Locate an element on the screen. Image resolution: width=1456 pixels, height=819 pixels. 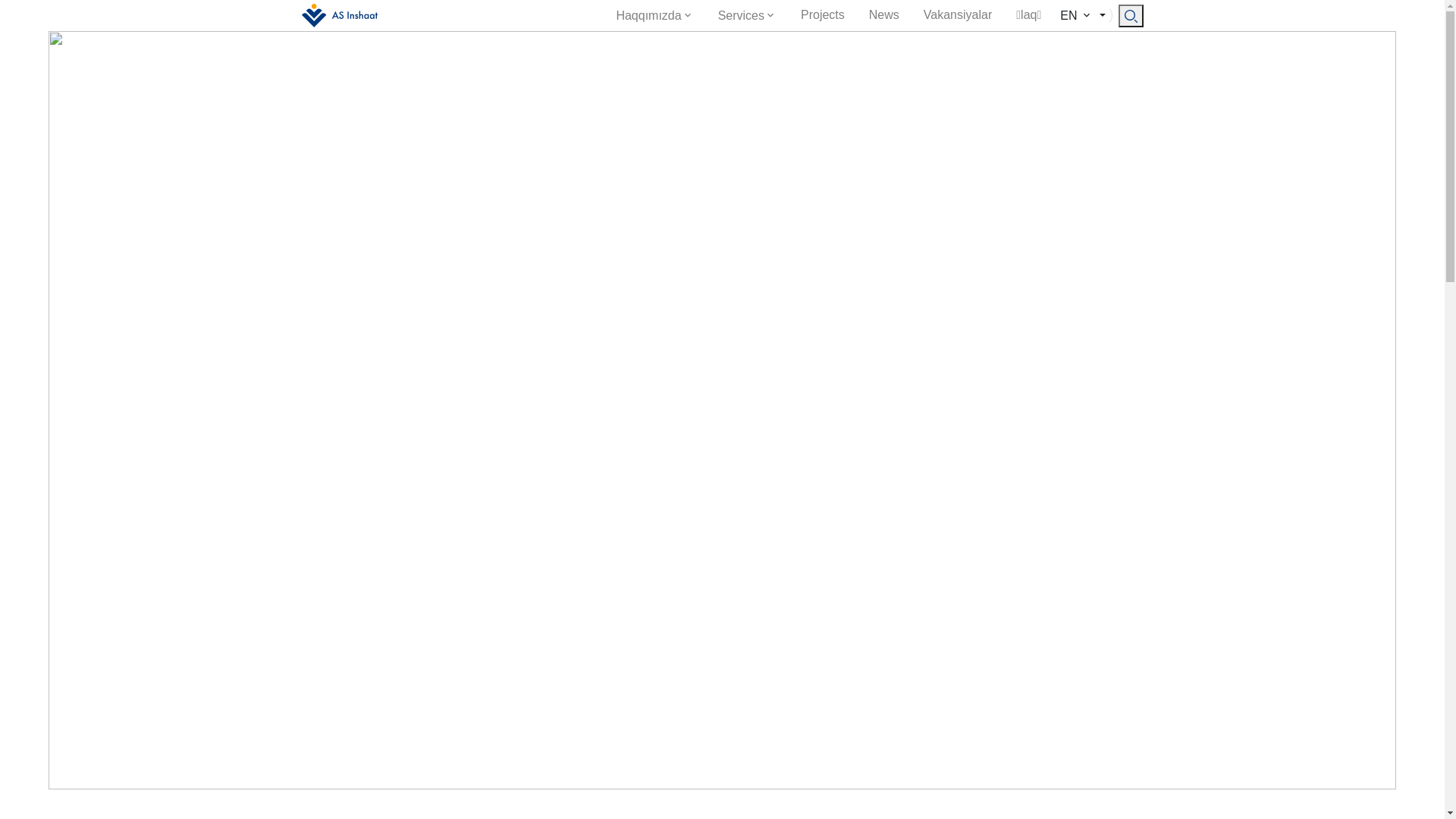
'Services' is located at coordinates (747, 15).